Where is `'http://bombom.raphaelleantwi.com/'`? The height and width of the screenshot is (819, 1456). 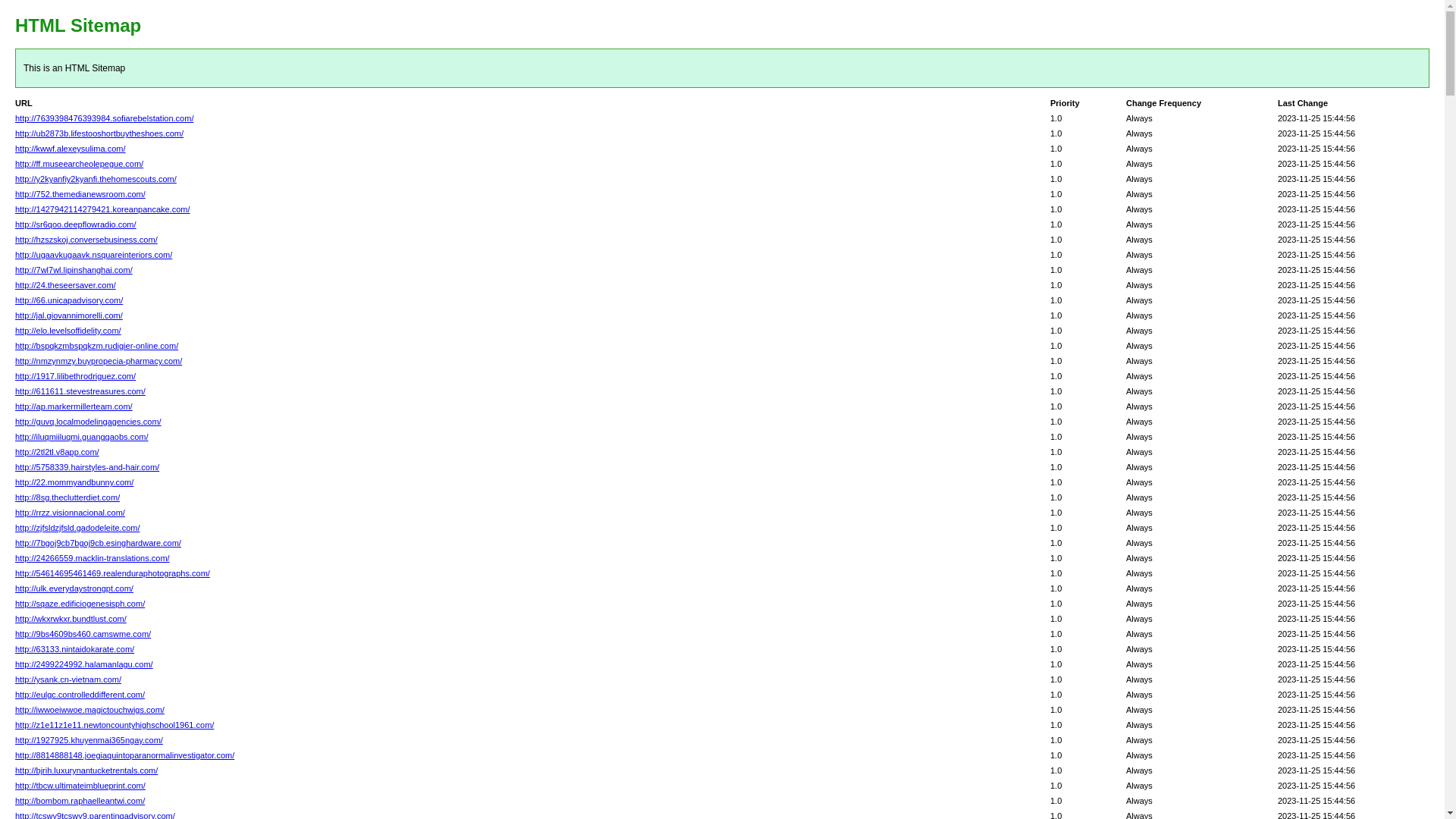
'http://bombom.raphaelleantwi.com/' is located at coordinates (79, 800).